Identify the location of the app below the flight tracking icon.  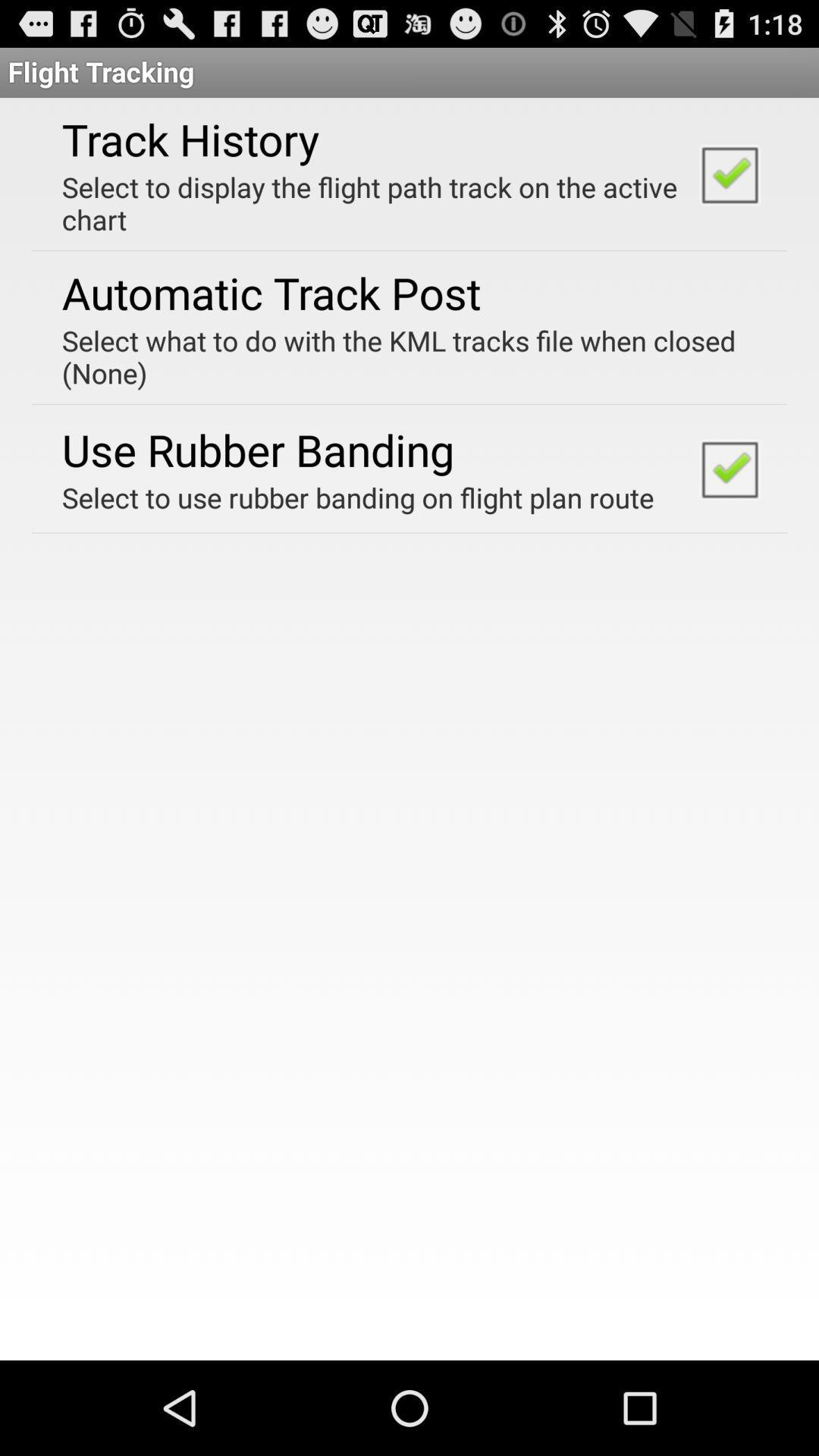
(190, 139).